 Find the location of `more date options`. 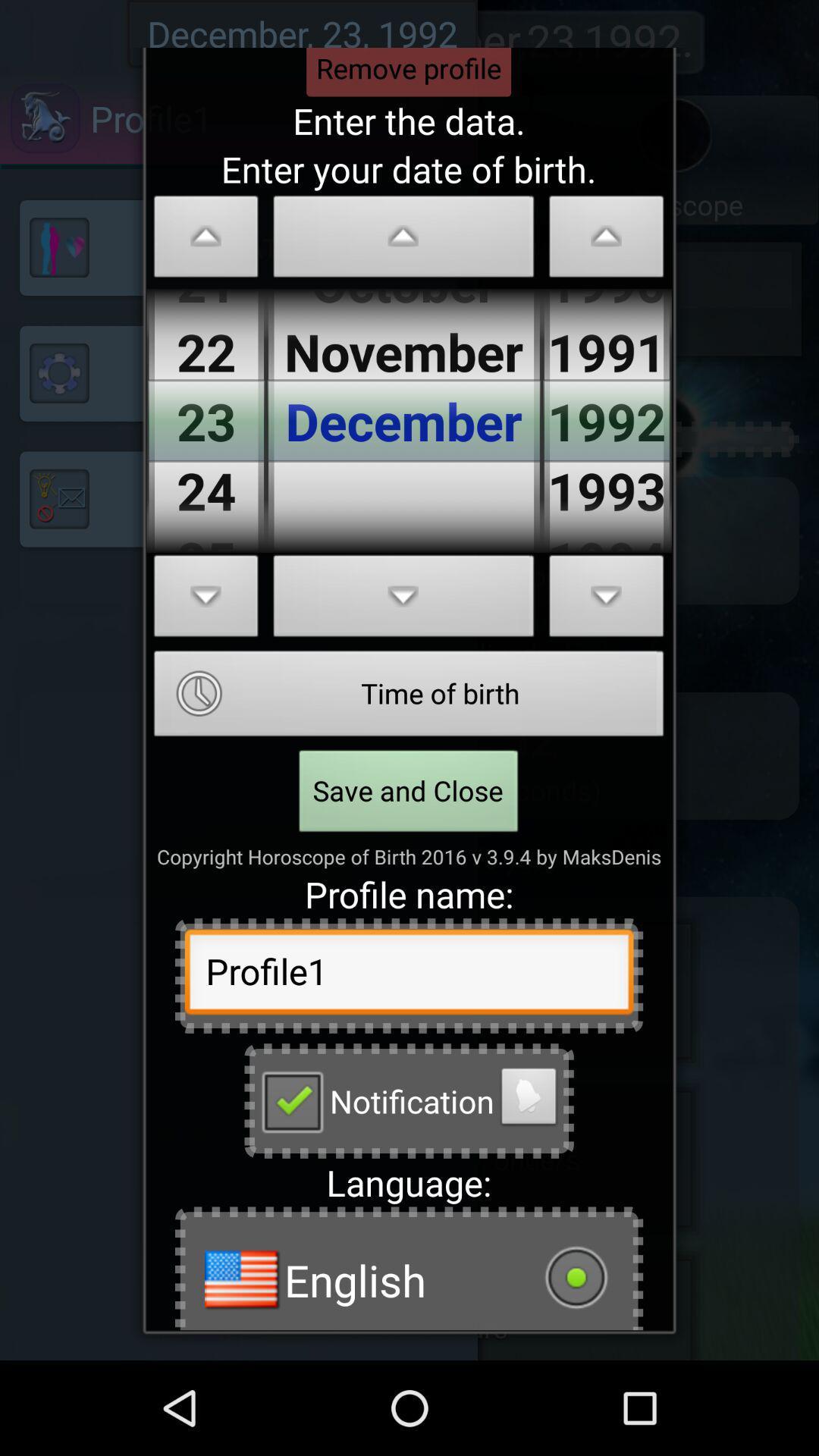

more date options is located at coordinates (606, 600).